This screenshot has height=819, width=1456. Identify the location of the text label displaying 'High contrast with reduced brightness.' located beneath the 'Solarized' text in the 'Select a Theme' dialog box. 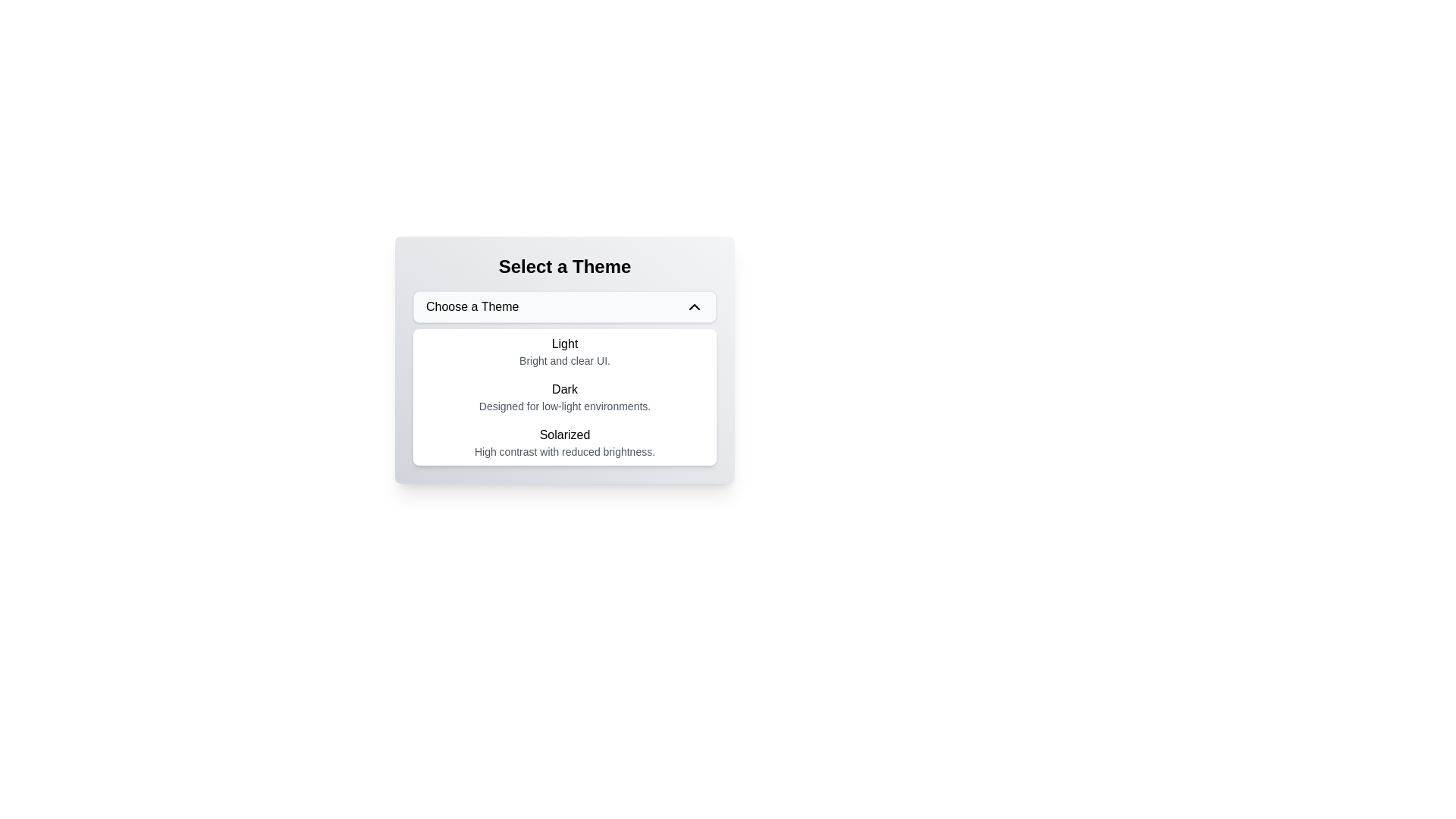
(563, 451).